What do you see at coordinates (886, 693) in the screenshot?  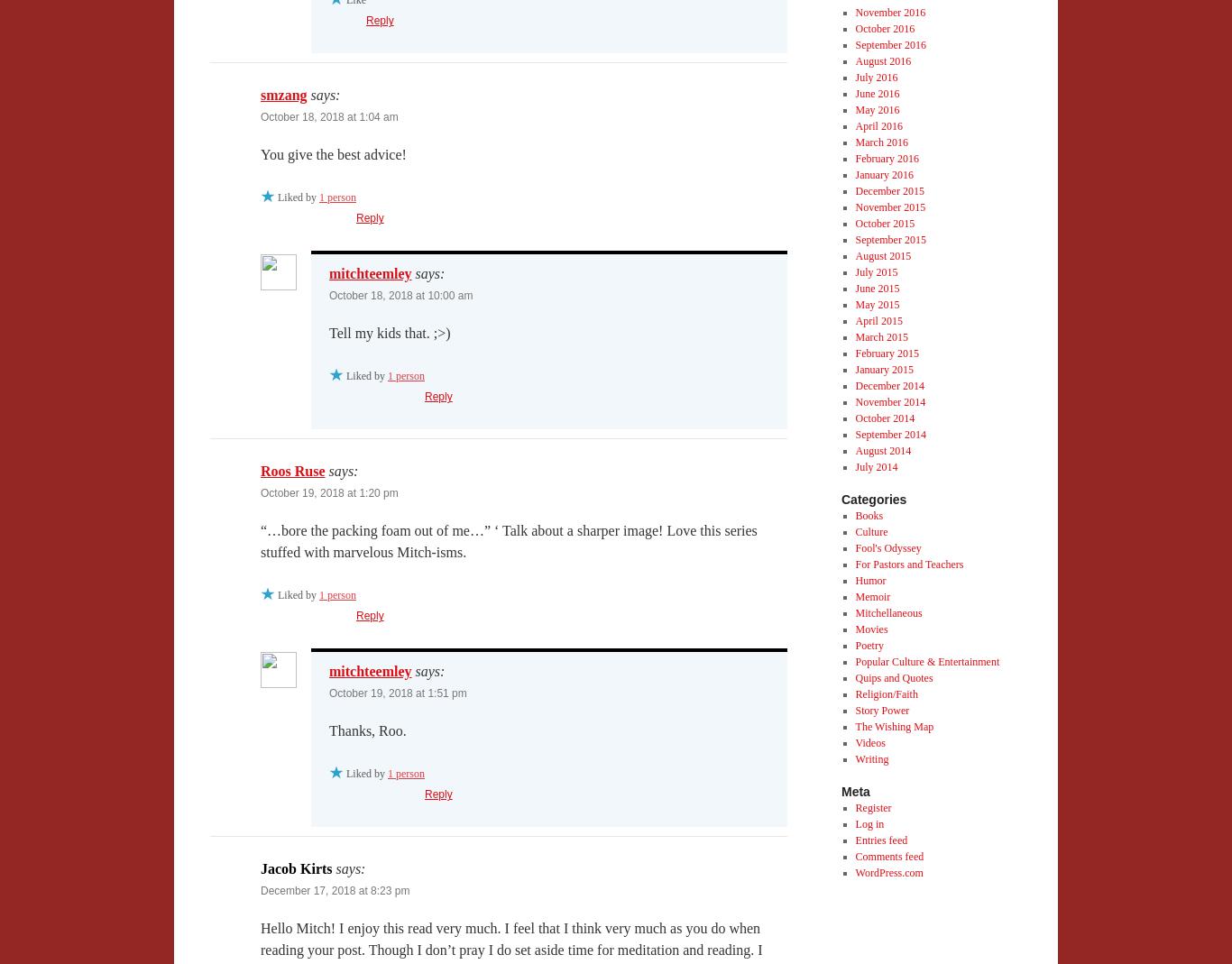 I see `'Religion/Faith'` at bounding box center [886, 693].